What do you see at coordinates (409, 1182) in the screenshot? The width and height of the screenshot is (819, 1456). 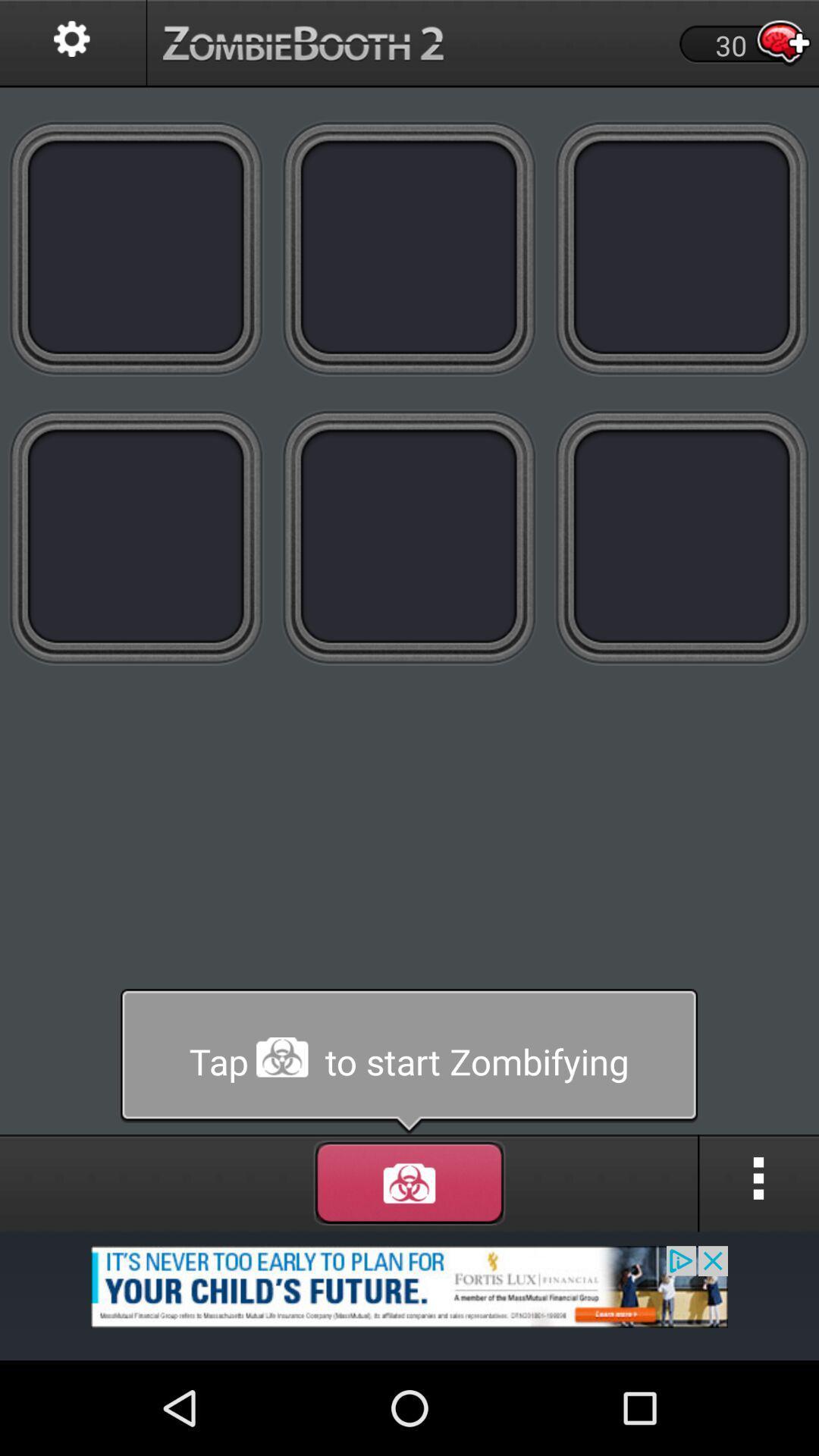 I see `start the effect` at bounding box center [409, 1182].